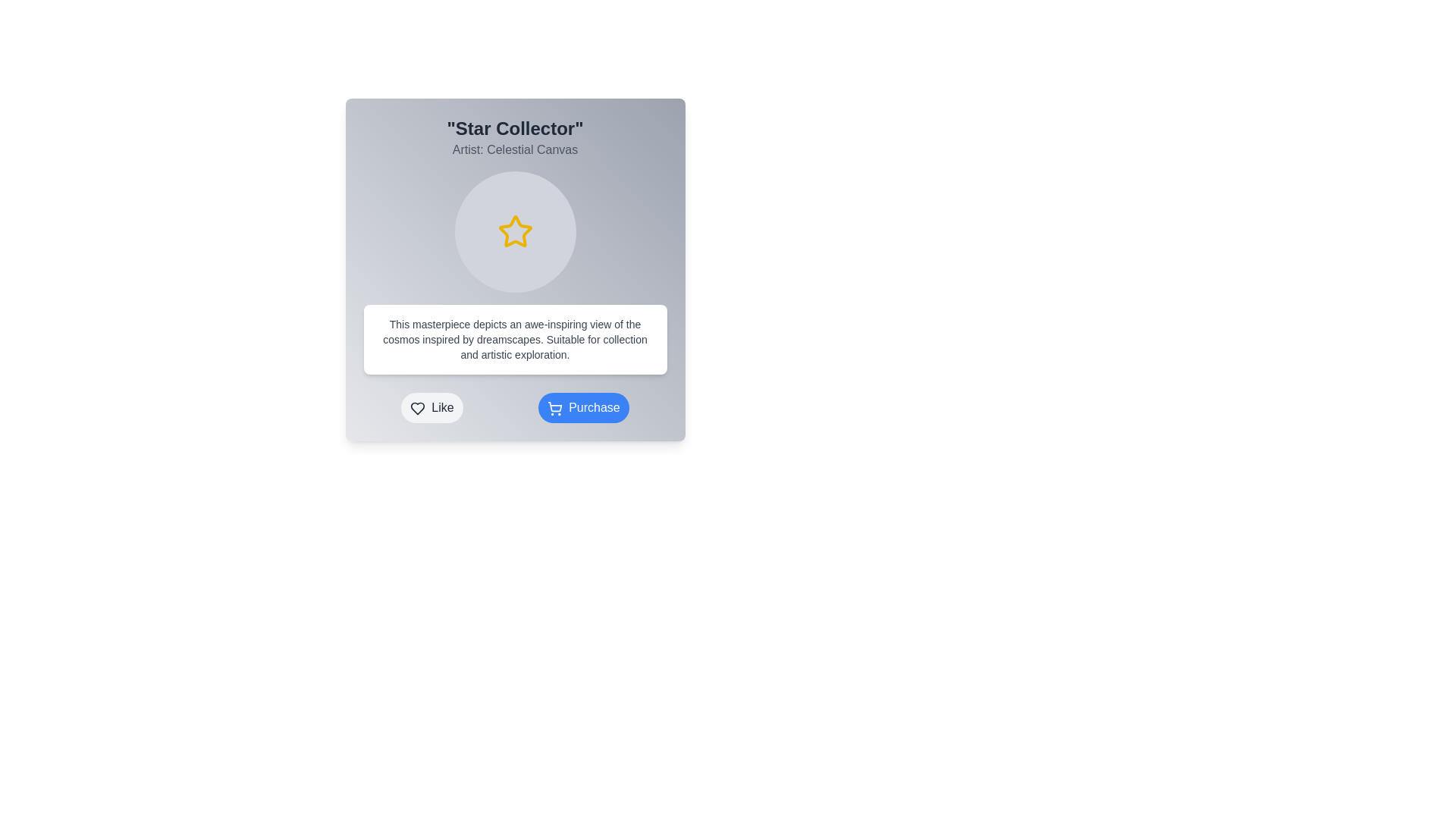 Image resolution: width=1456 pixels, height=819 pixels. I want to click on the decorative star icon located at the center of the circular area within the card component titled 'Star Collector', so click(515, 231).